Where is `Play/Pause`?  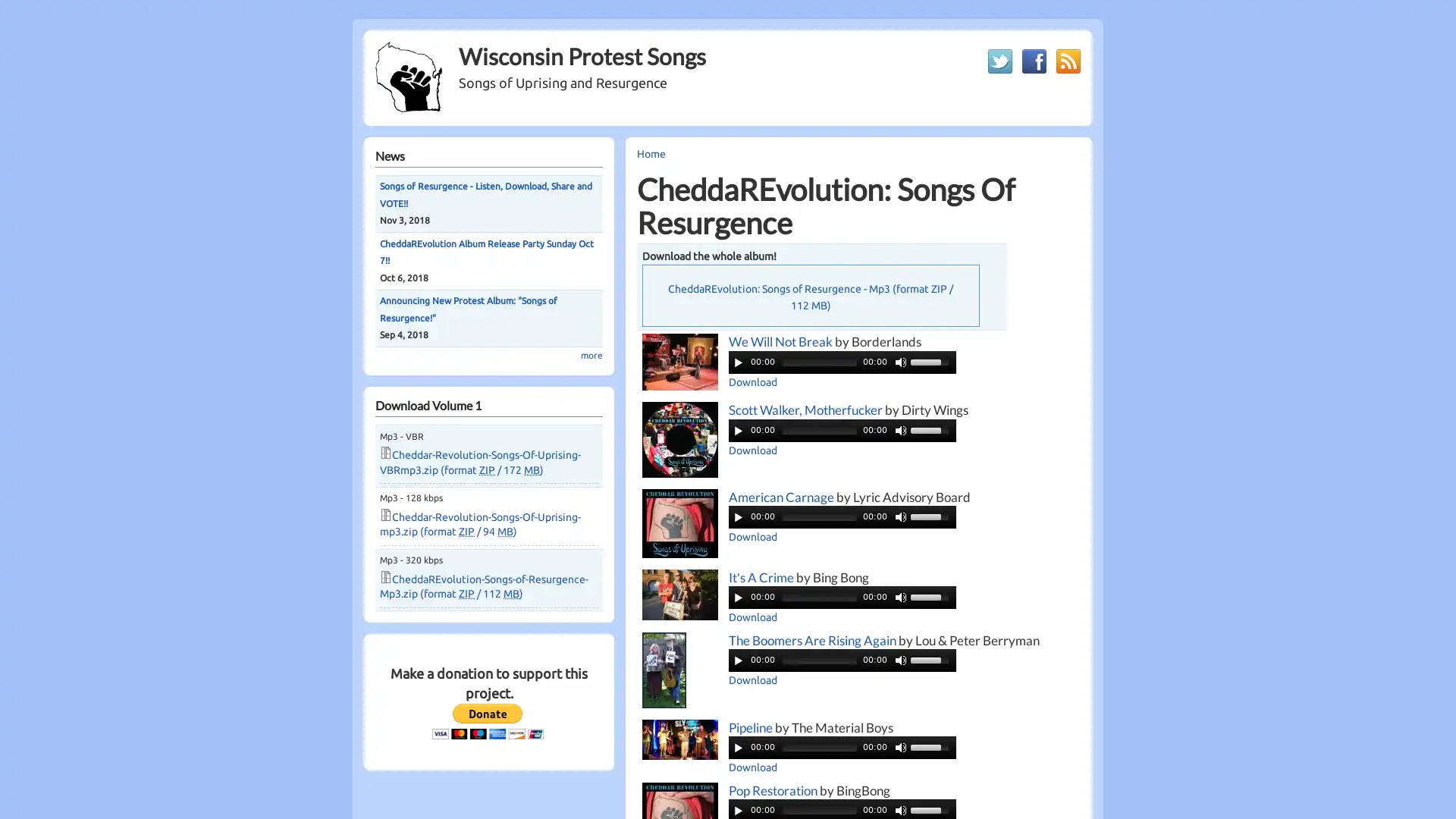 Play/Pause is located at coordinates (739, 660).